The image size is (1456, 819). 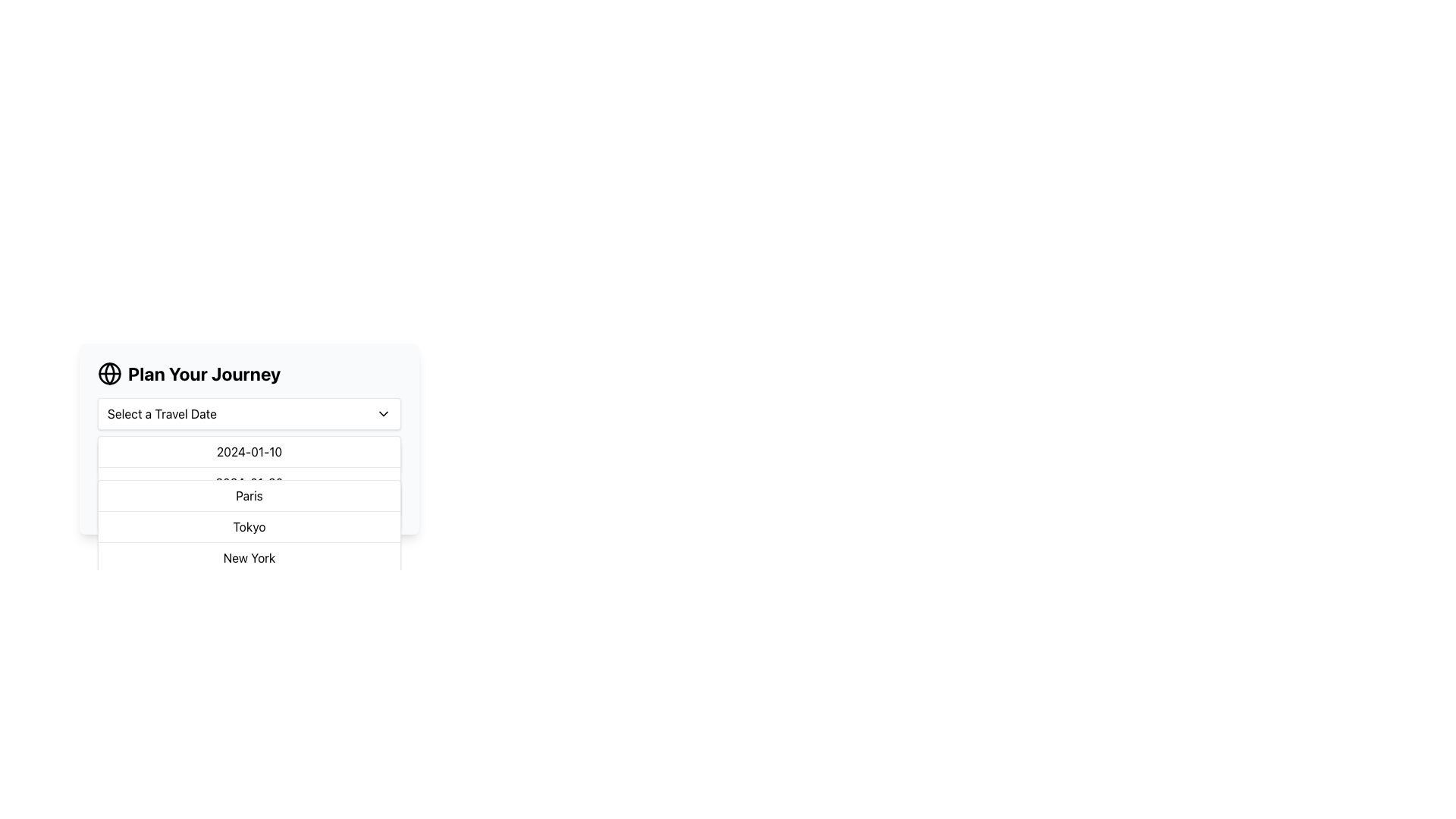 What do you see at coordinates (249, 496) in the screenshot?
I see `the first list item displaying 'Paris' in a dropdown menu` at bounding box center [249, 496].